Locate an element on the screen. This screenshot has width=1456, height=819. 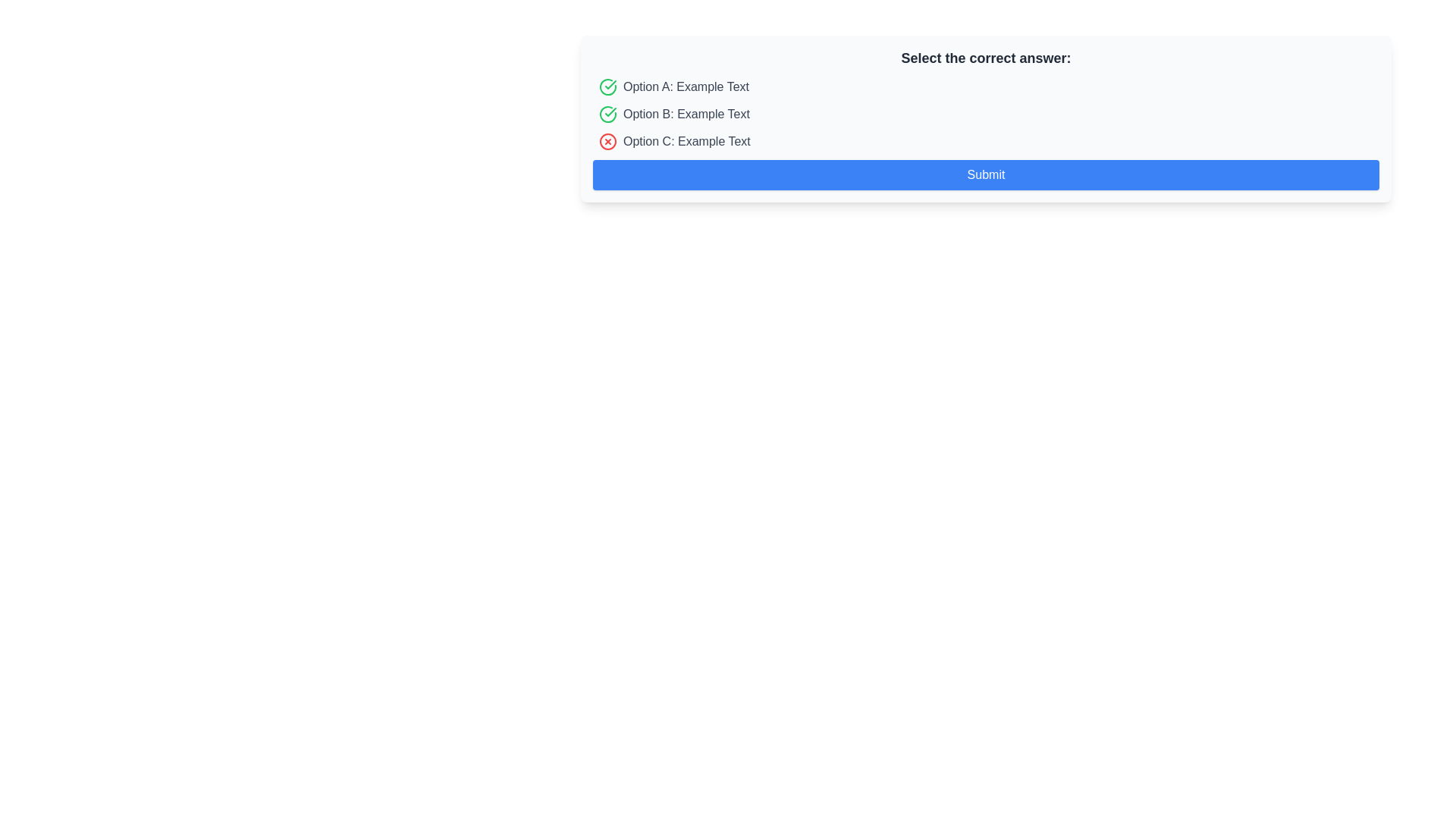
the green circular icon with a checkmark in the center is located at coordinates (607, 113).